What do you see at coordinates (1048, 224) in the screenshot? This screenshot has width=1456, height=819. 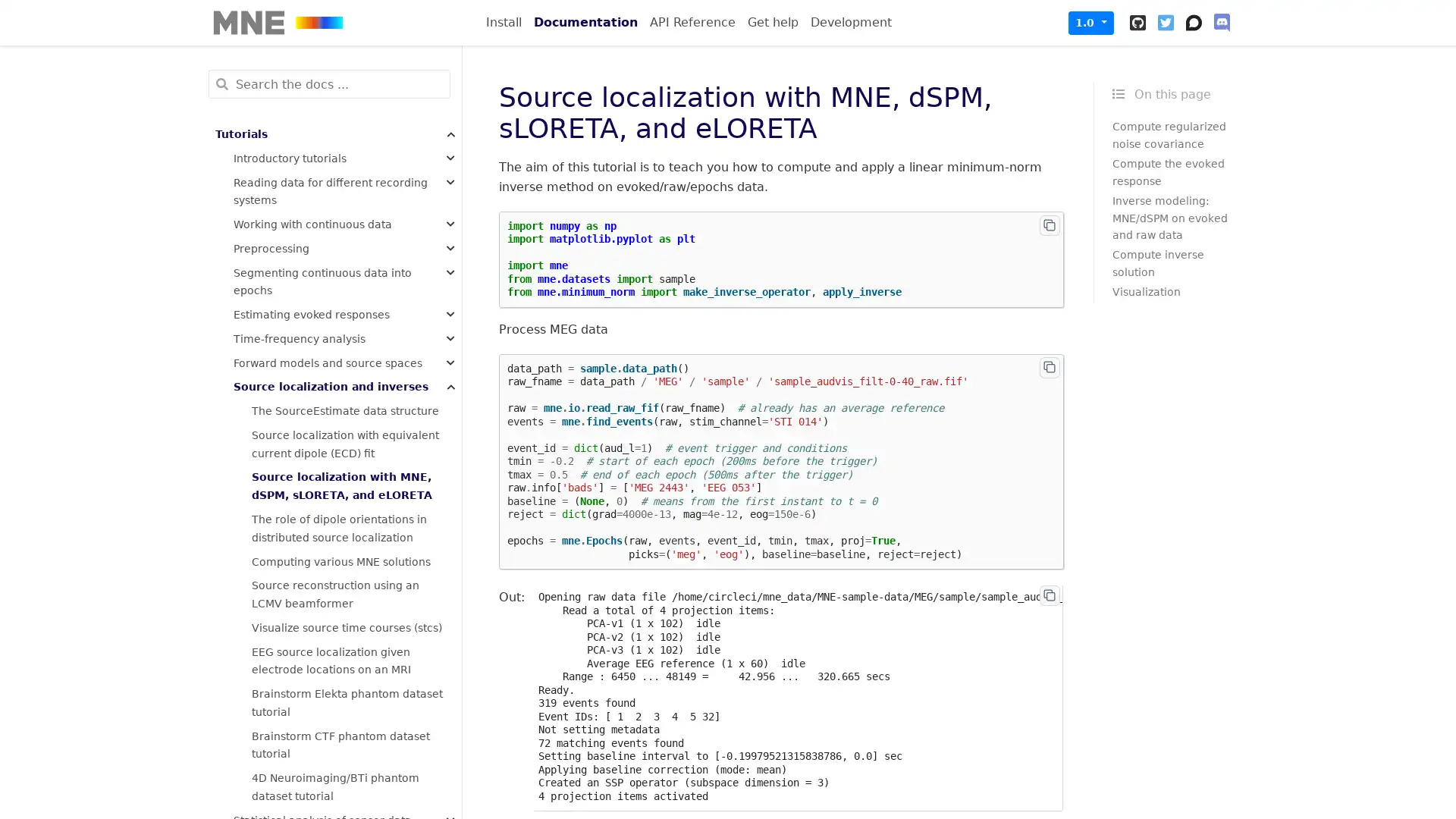 I see `Copy to clipboard` at bounding box center [1048, 224].